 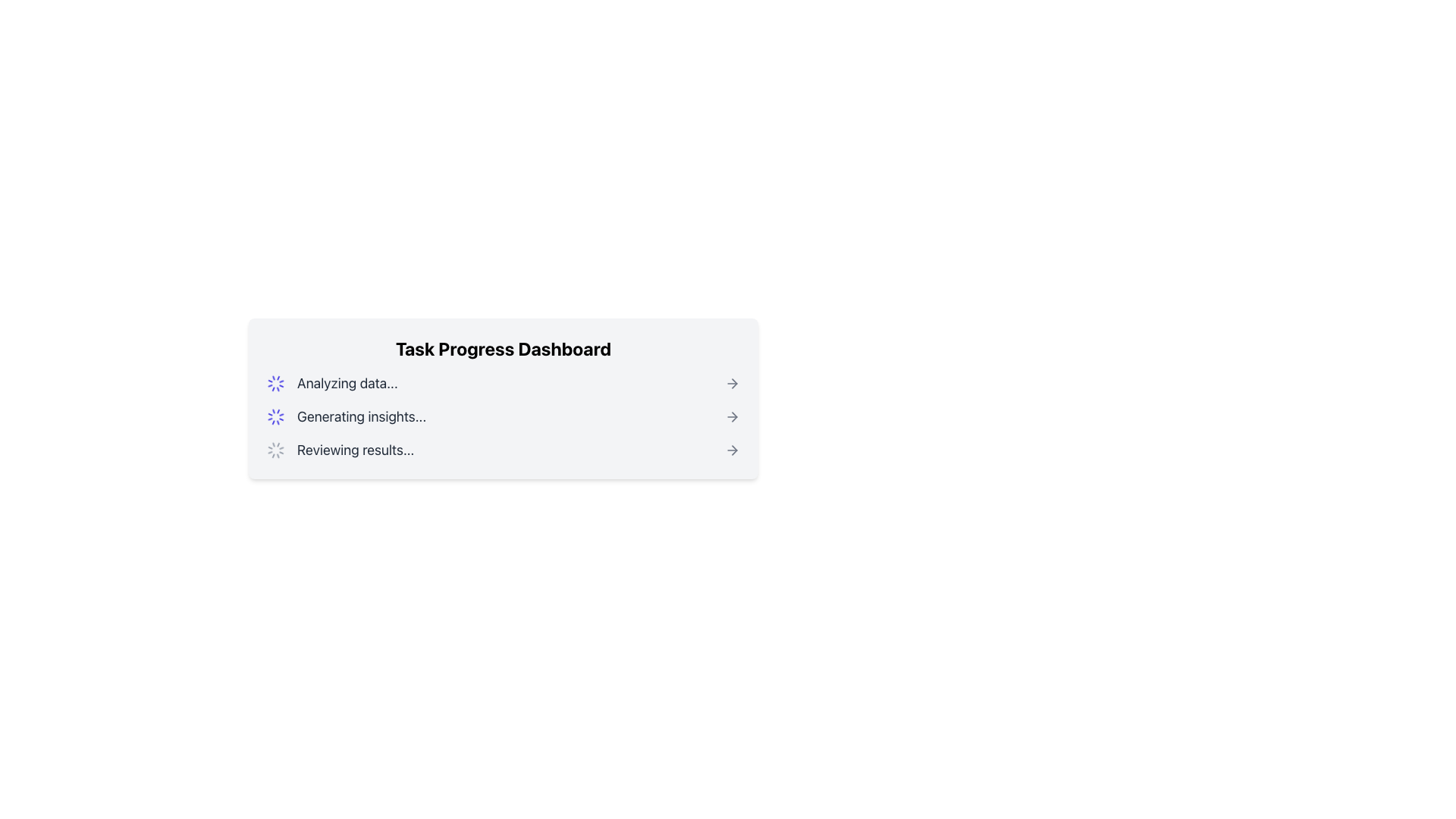 What do you see at coordinates (347, 382) in the screenshot?
I see `the text label displaying 'Analyzing data...' in the Task Progress Dashboard, which indicates the current task being processed` at bounding box center [347, 382].